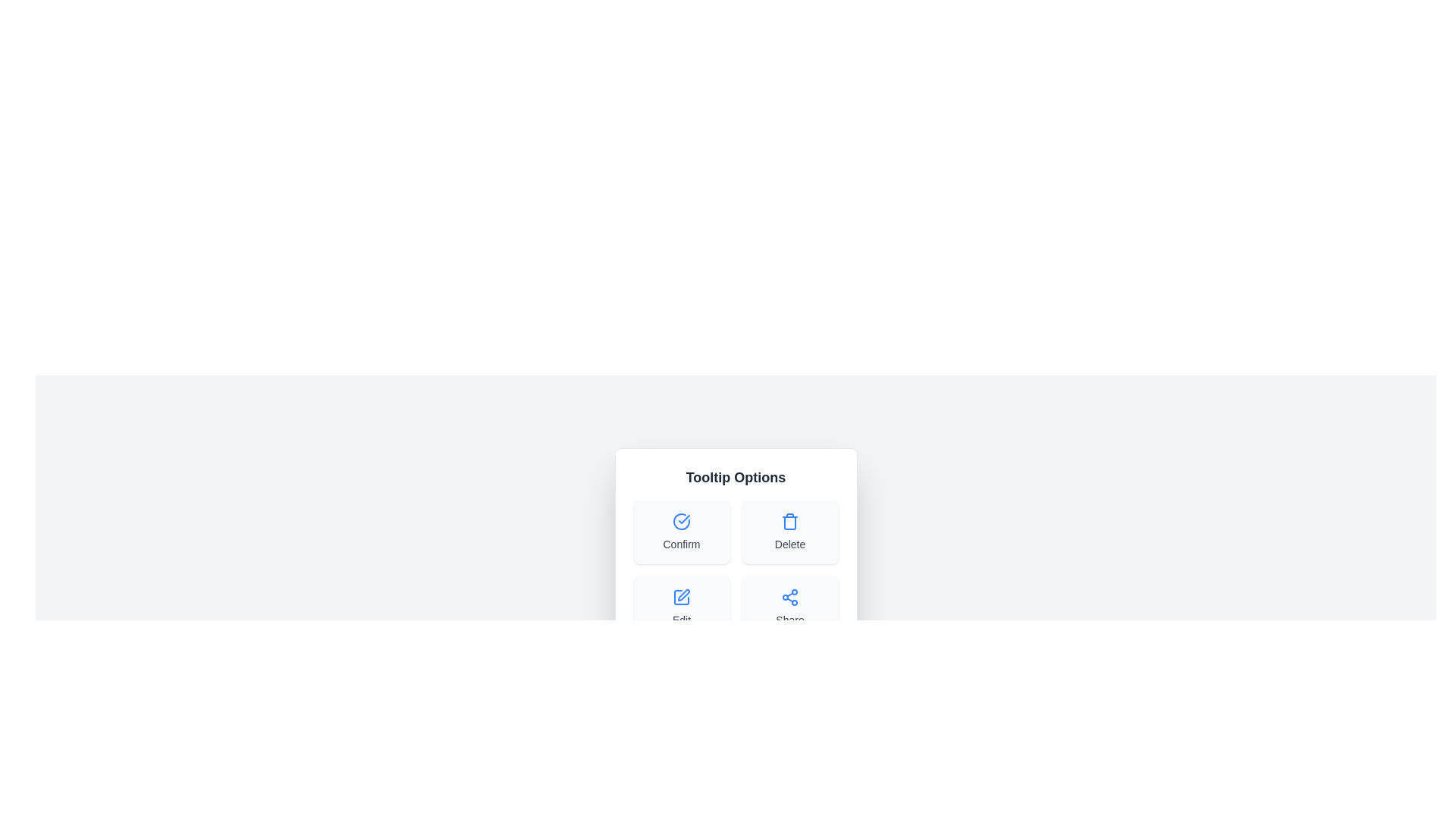  What do you see at coordinates (680, 620) in the screenshot?
I see `the 'Edit' label, which is a small text label styled in gray, located below an editing icon within a card-like structure` at bounding box center [680, 620].